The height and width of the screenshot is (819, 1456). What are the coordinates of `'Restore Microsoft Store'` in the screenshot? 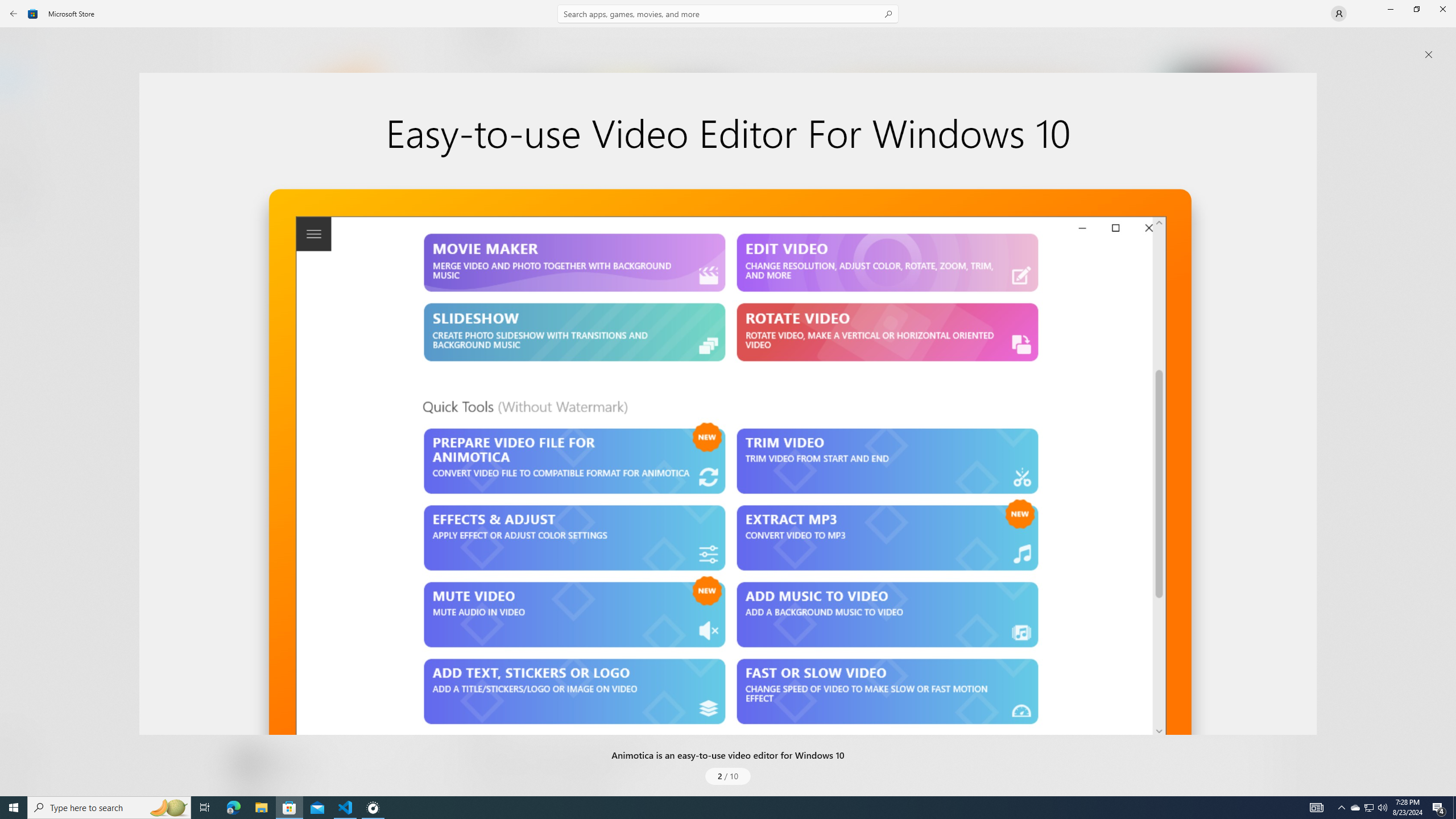 It's located at (1416, 9).